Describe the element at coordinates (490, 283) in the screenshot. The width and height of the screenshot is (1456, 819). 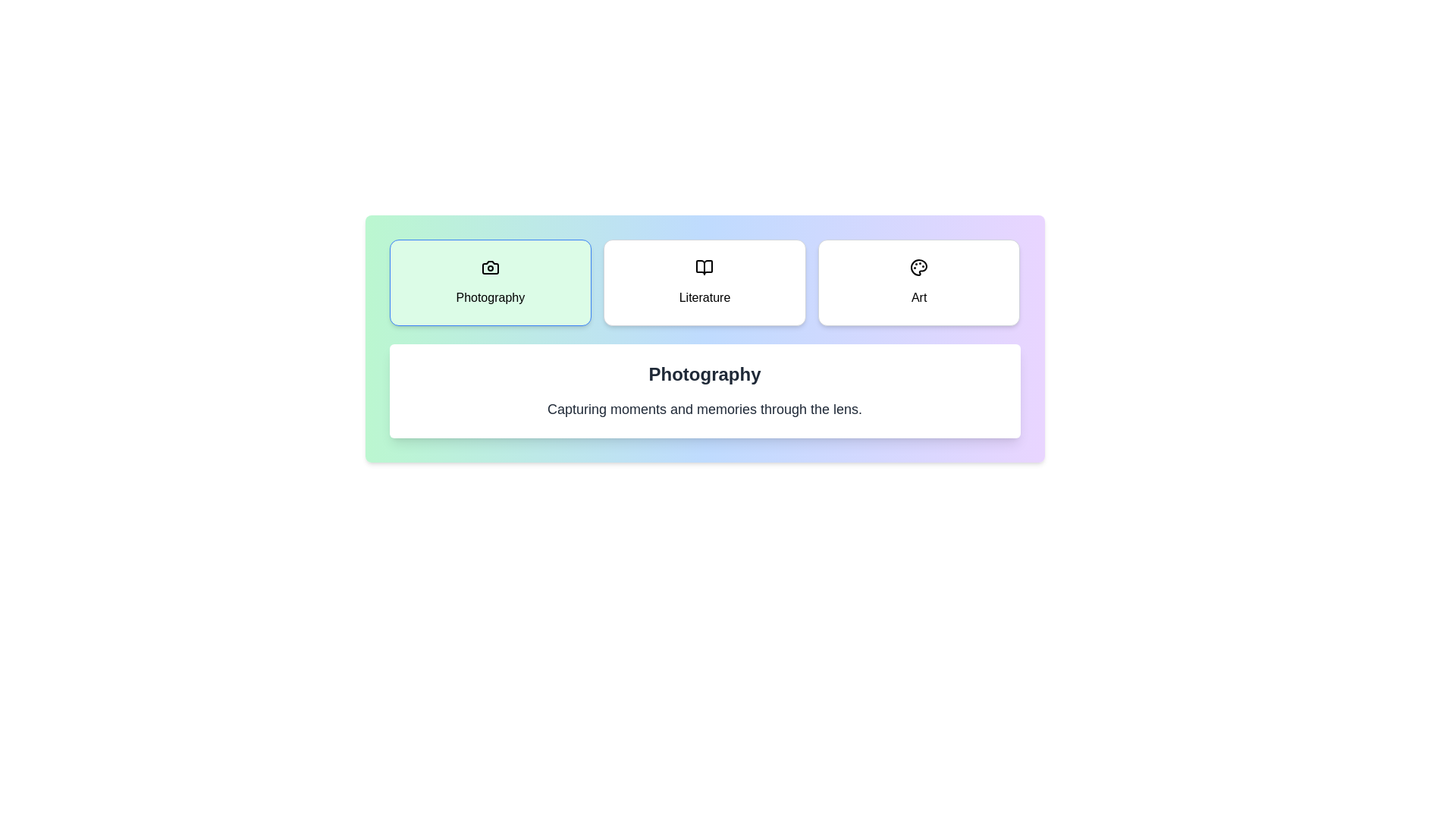
I see `the interactive card related to 'Photography', which is the first card on the left in a row of three cards, to observe the hover effects` at that location.